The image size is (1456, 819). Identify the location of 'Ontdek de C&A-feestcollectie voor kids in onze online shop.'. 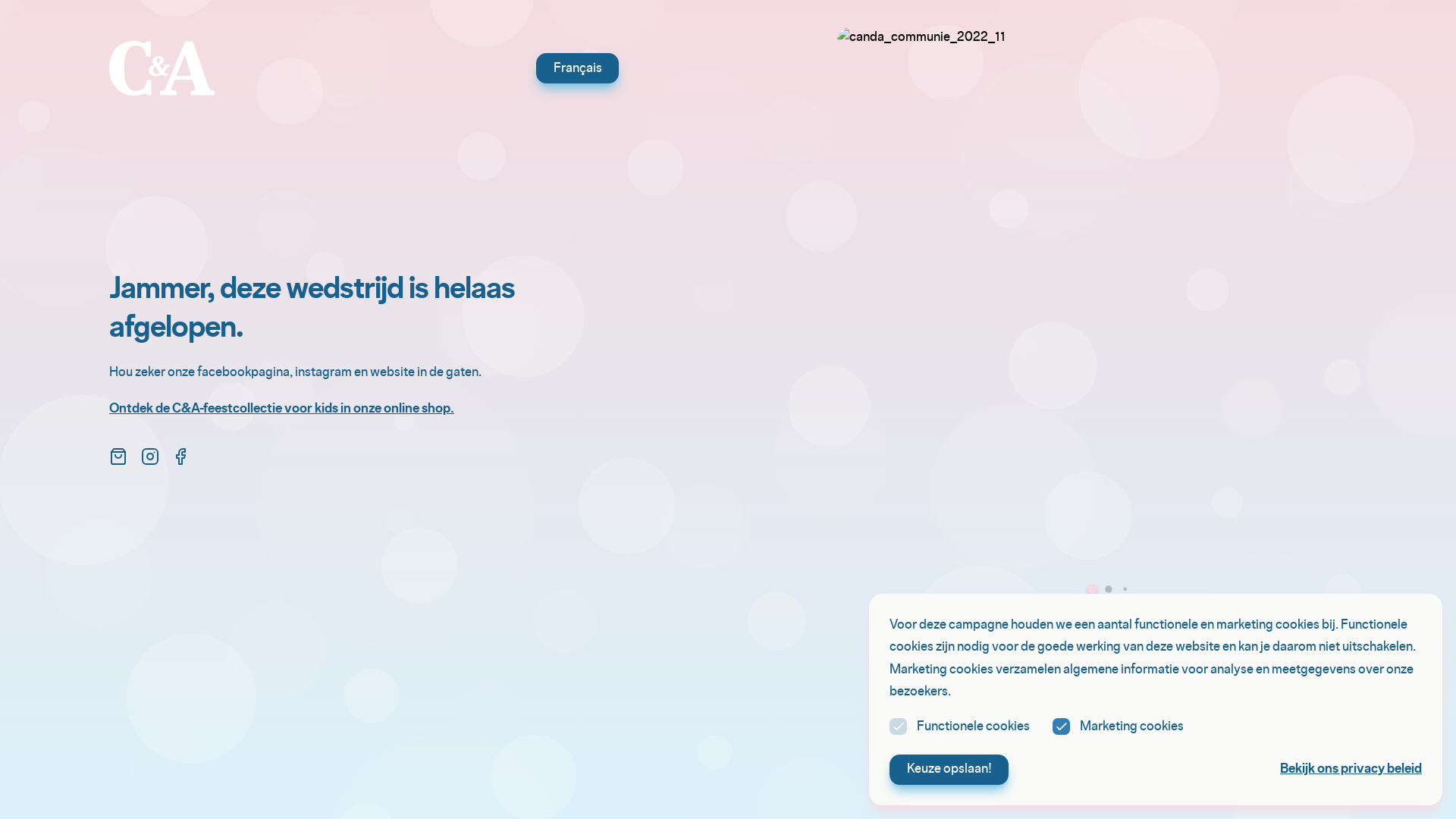
(281, 408).